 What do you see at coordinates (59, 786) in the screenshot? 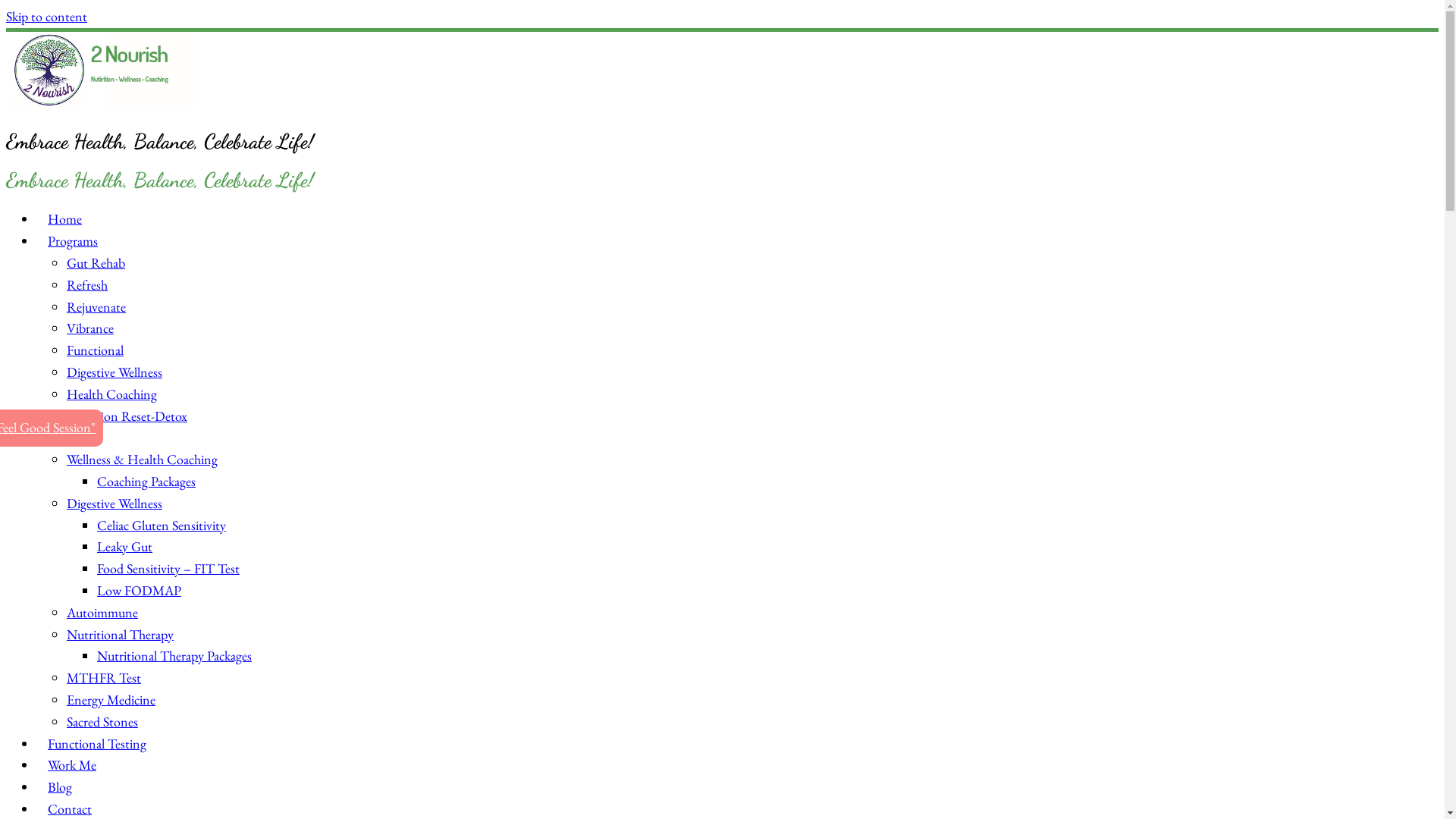
I see `'Blog'` at bounding box center [59, 786].